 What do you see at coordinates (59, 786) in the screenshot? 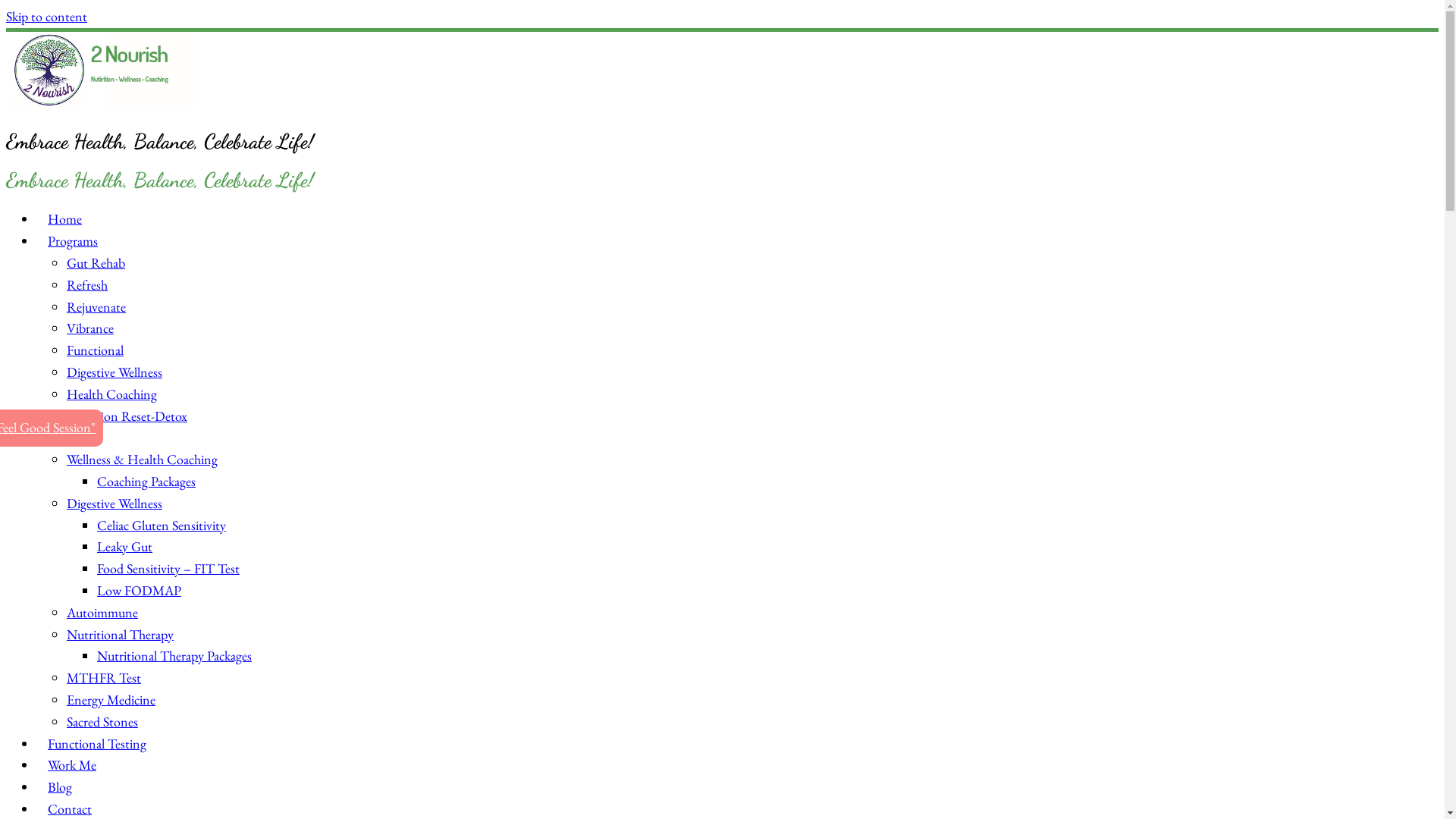
I see `'Blog'` at bounding box center [59, 786].